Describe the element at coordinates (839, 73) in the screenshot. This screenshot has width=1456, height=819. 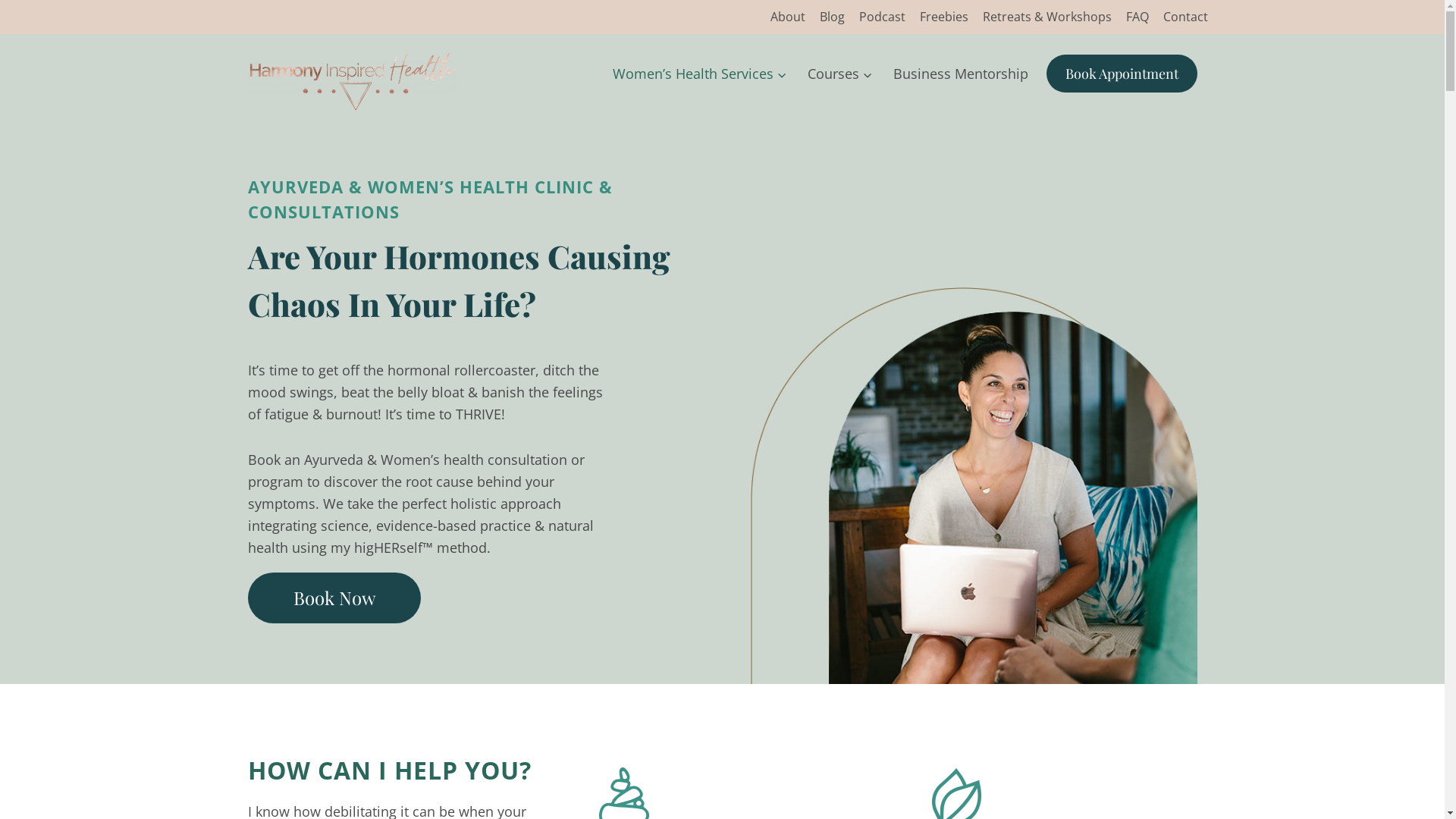
I see `'Courses'` at that location.